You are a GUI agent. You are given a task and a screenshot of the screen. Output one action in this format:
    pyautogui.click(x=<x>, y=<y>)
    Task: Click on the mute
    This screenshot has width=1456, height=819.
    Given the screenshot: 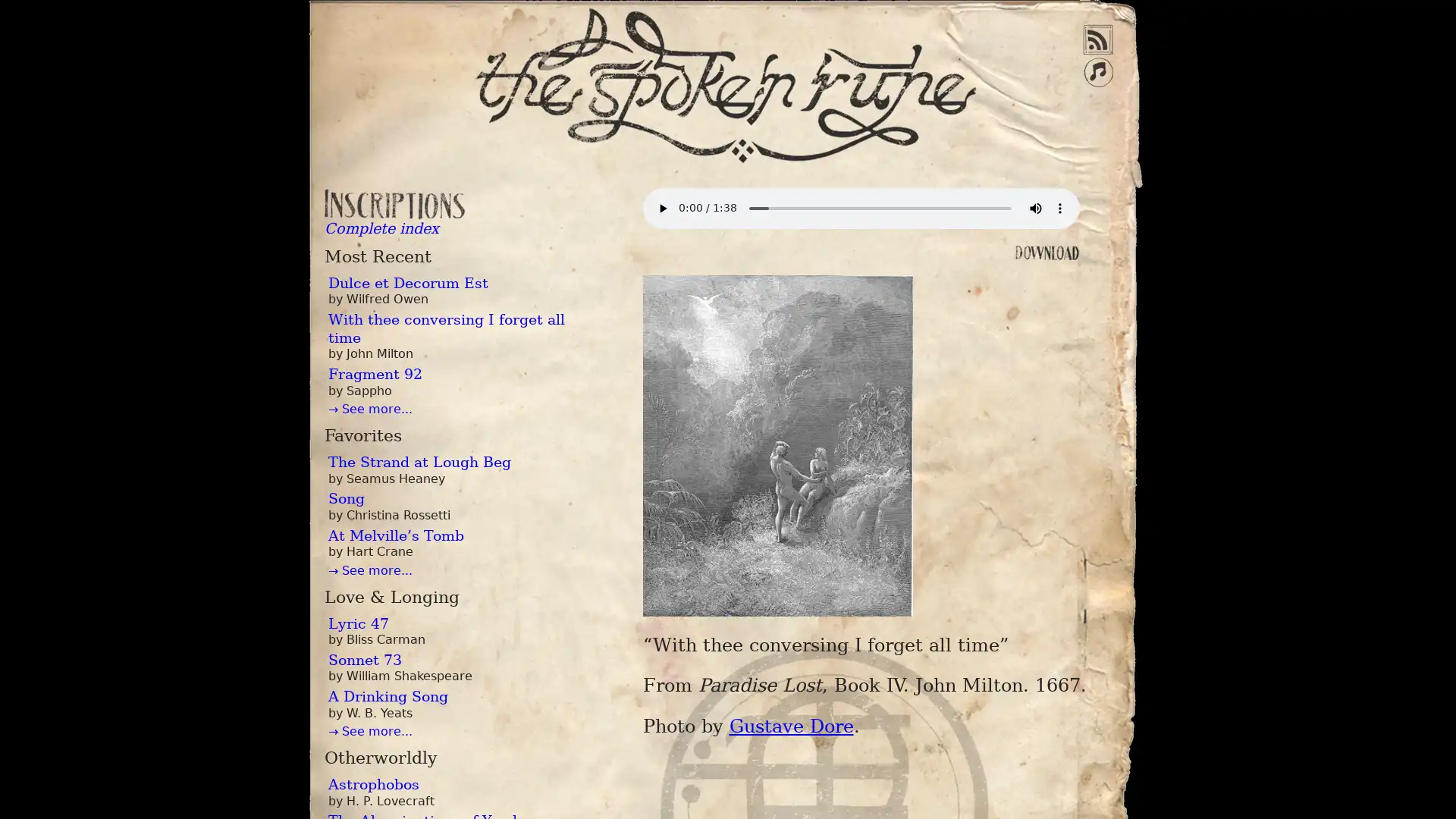 What is the action you would take?
    pyautogui.click(x=1034, y=208)
    